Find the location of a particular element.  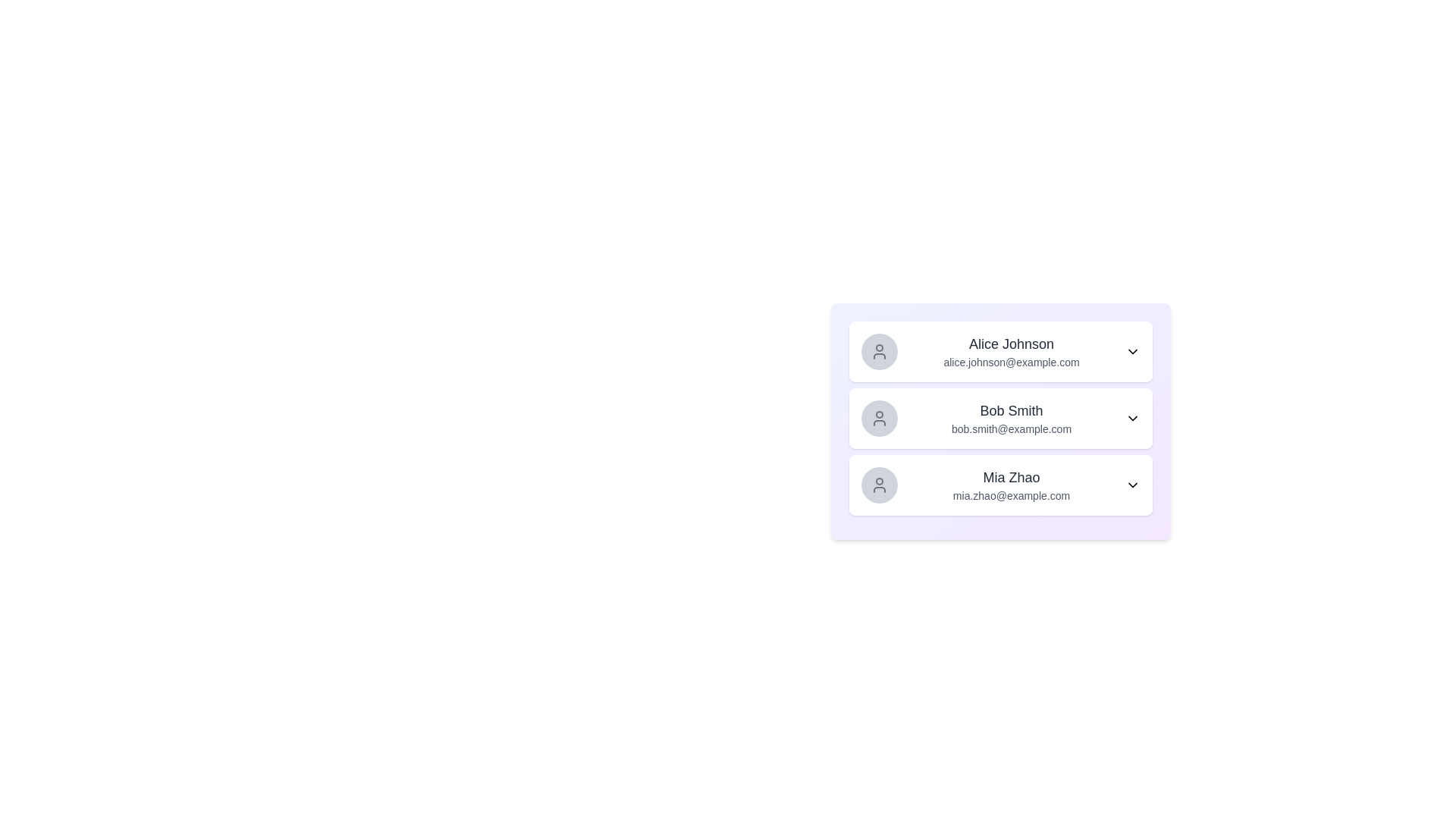

the downward-pointing chevron icon located in the profile information section of Mia Zhao is located at coordinates (1132, 485).